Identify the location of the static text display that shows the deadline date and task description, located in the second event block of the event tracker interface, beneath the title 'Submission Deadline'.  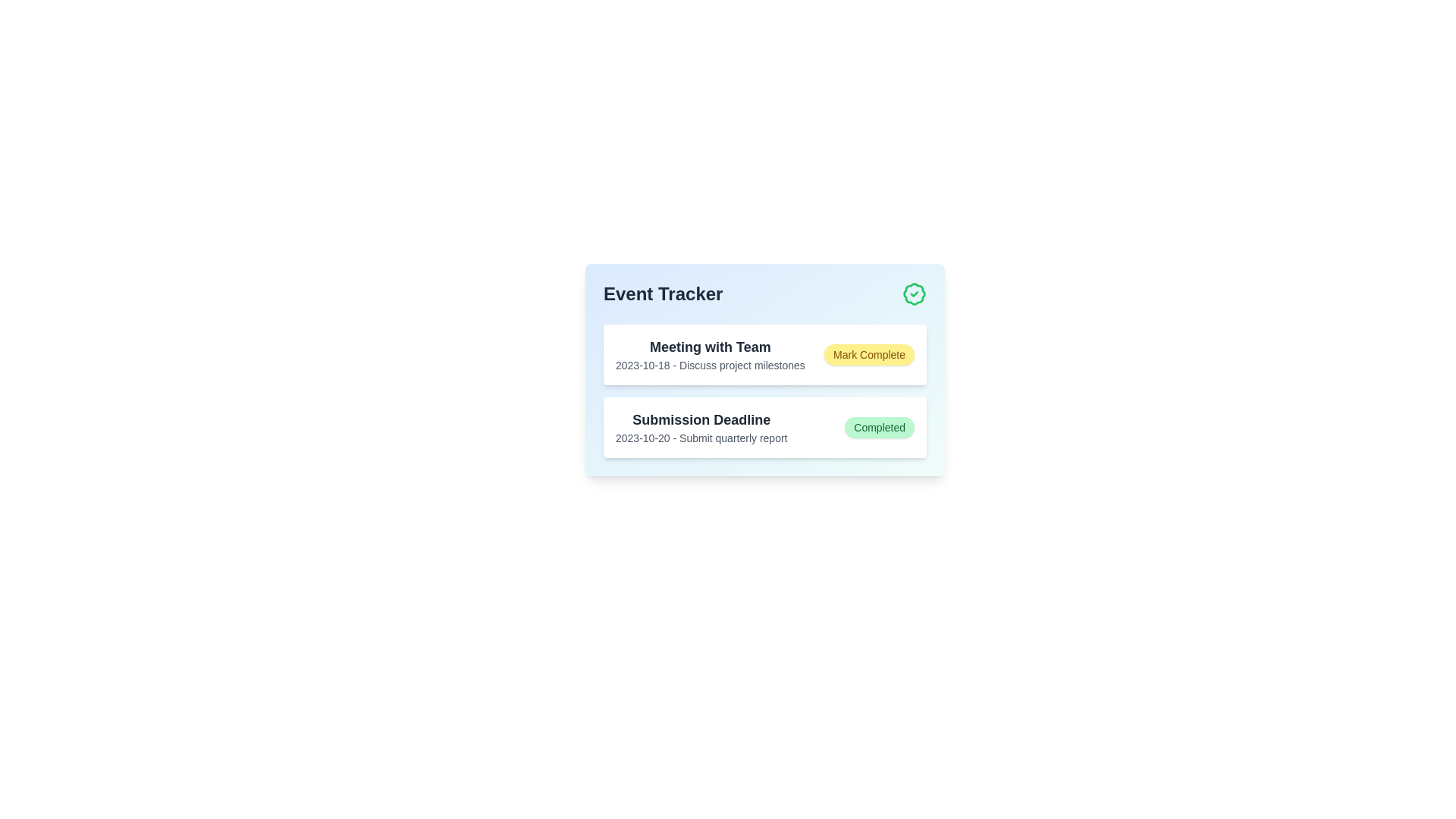
(701, 438).